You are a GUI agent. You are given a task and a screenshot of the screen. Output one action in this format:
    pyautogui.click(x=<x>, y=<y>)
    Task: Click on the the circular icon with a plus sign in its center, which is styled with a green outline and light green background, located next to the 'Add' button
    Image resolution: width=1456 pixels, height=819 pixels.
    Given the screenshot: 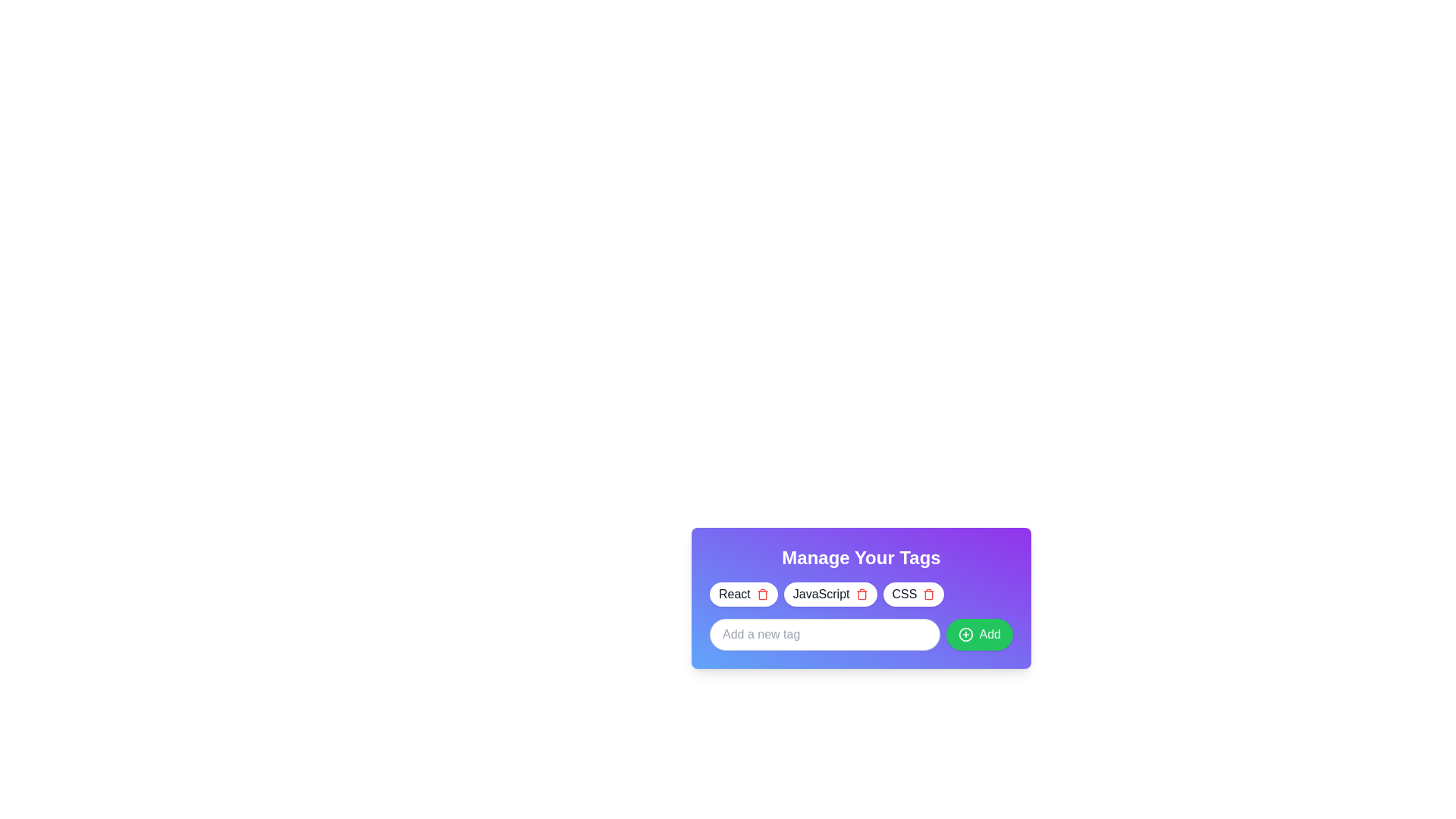 What is the action you would take?
    pyautogui.click(x=965, y=635)
    